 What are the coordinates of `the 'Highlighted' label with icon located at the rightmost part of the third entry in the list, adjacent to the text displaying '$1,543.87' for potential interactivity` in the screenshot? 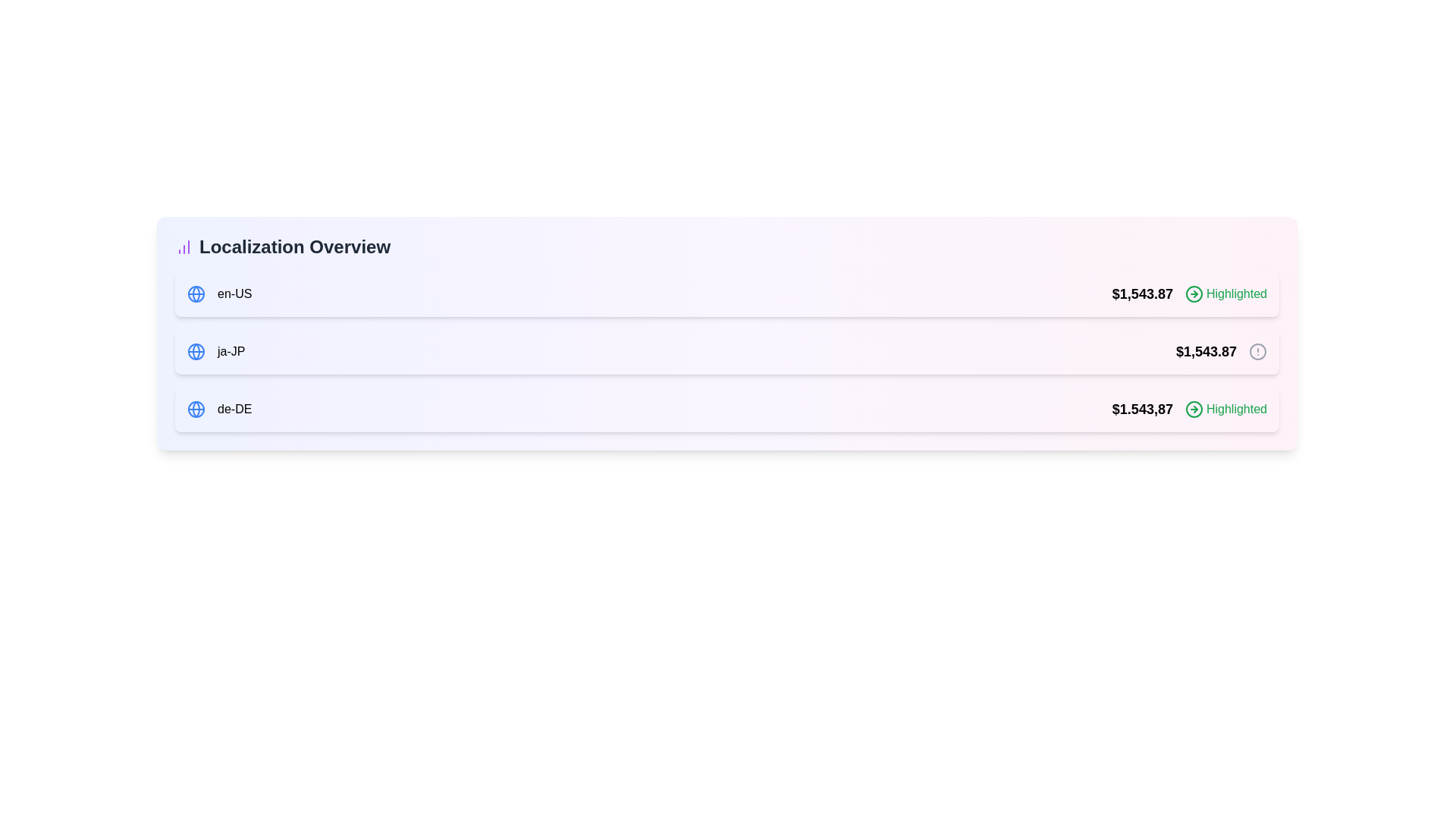 It's located at (1226, 409).